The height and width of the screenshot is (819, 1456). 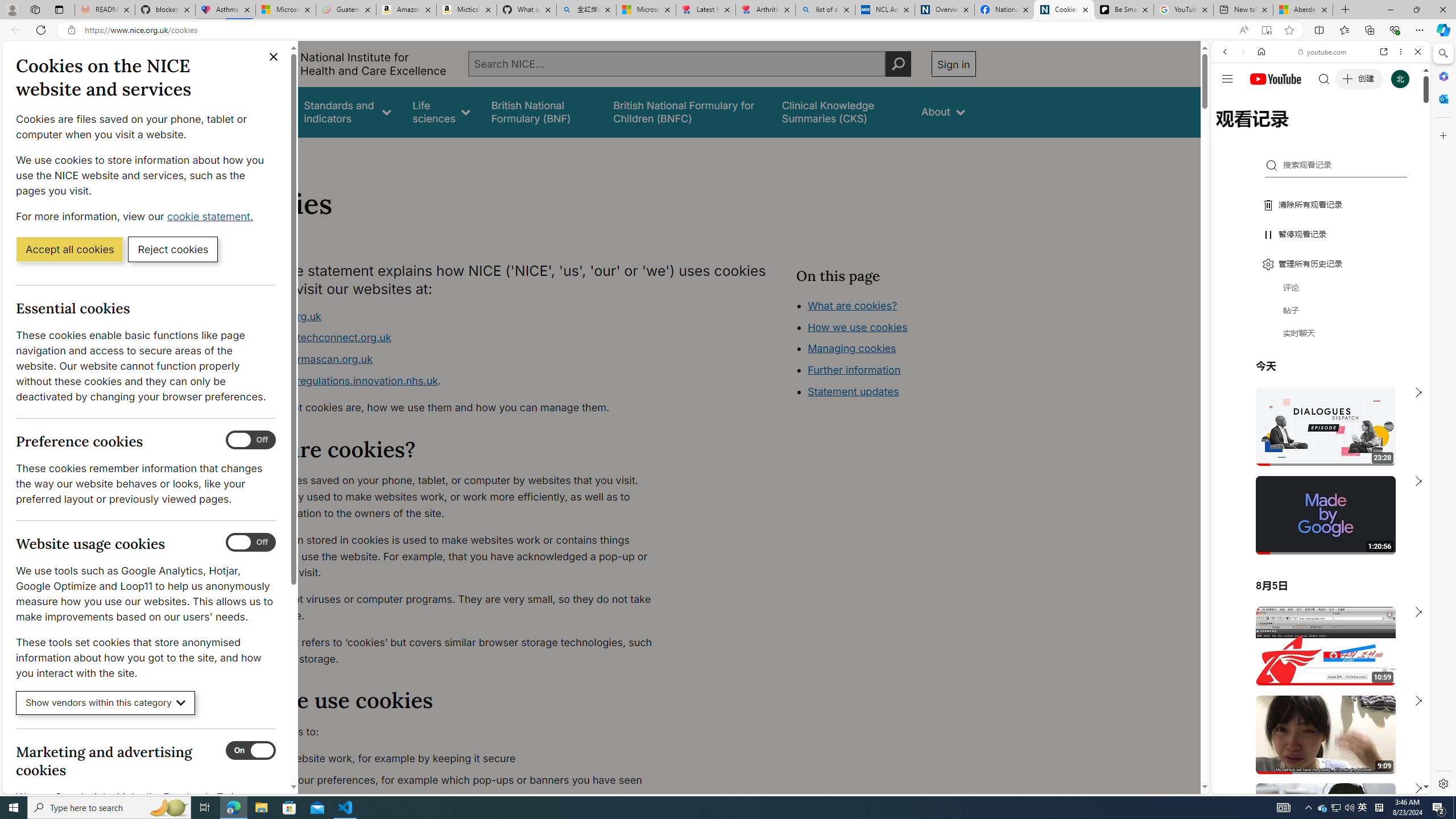 I want to click on 'Class: b_serphb', so click(x=1405, y=130).